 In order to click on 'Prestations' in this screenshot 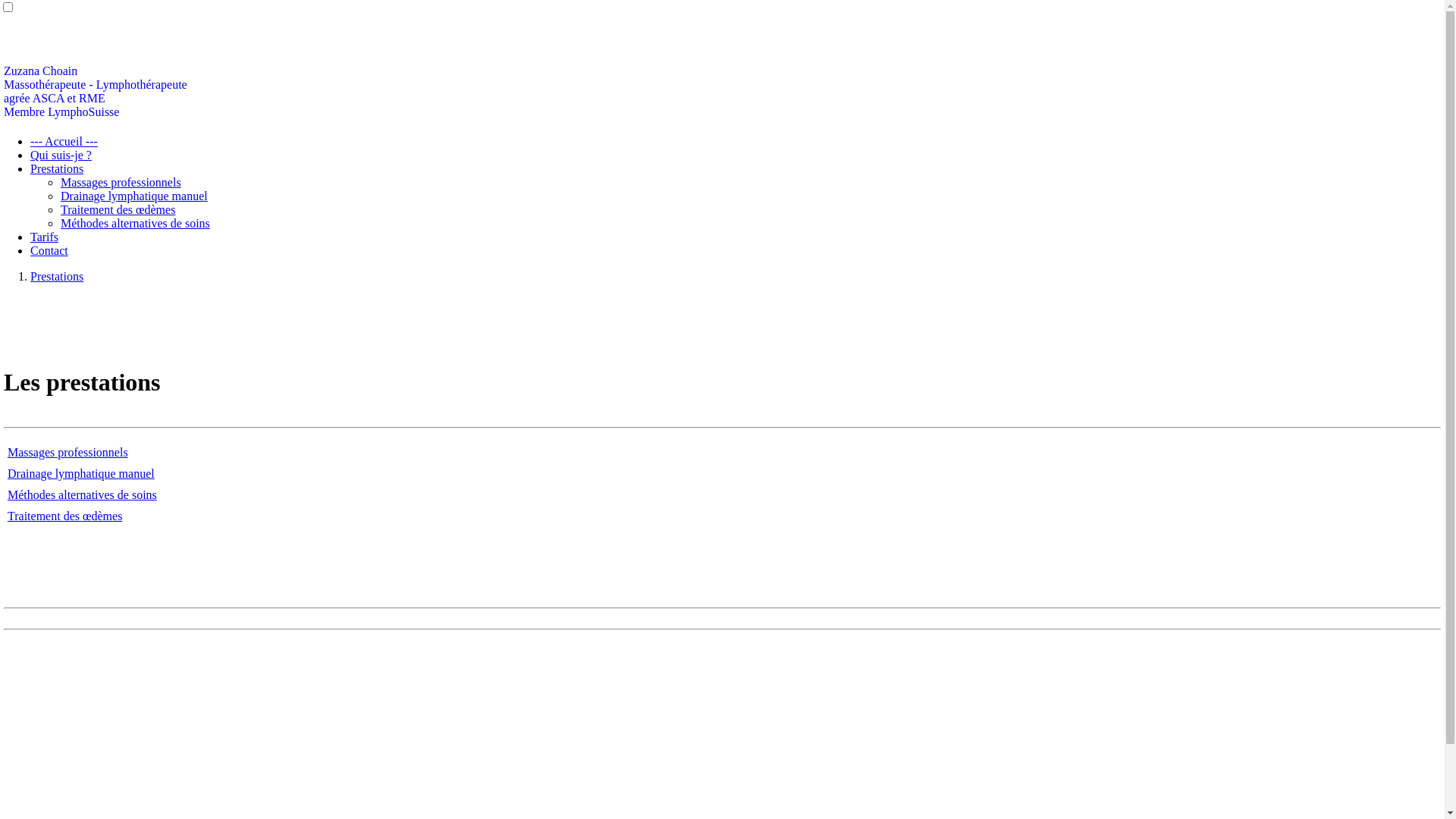, I will do `click(57, 276)`.